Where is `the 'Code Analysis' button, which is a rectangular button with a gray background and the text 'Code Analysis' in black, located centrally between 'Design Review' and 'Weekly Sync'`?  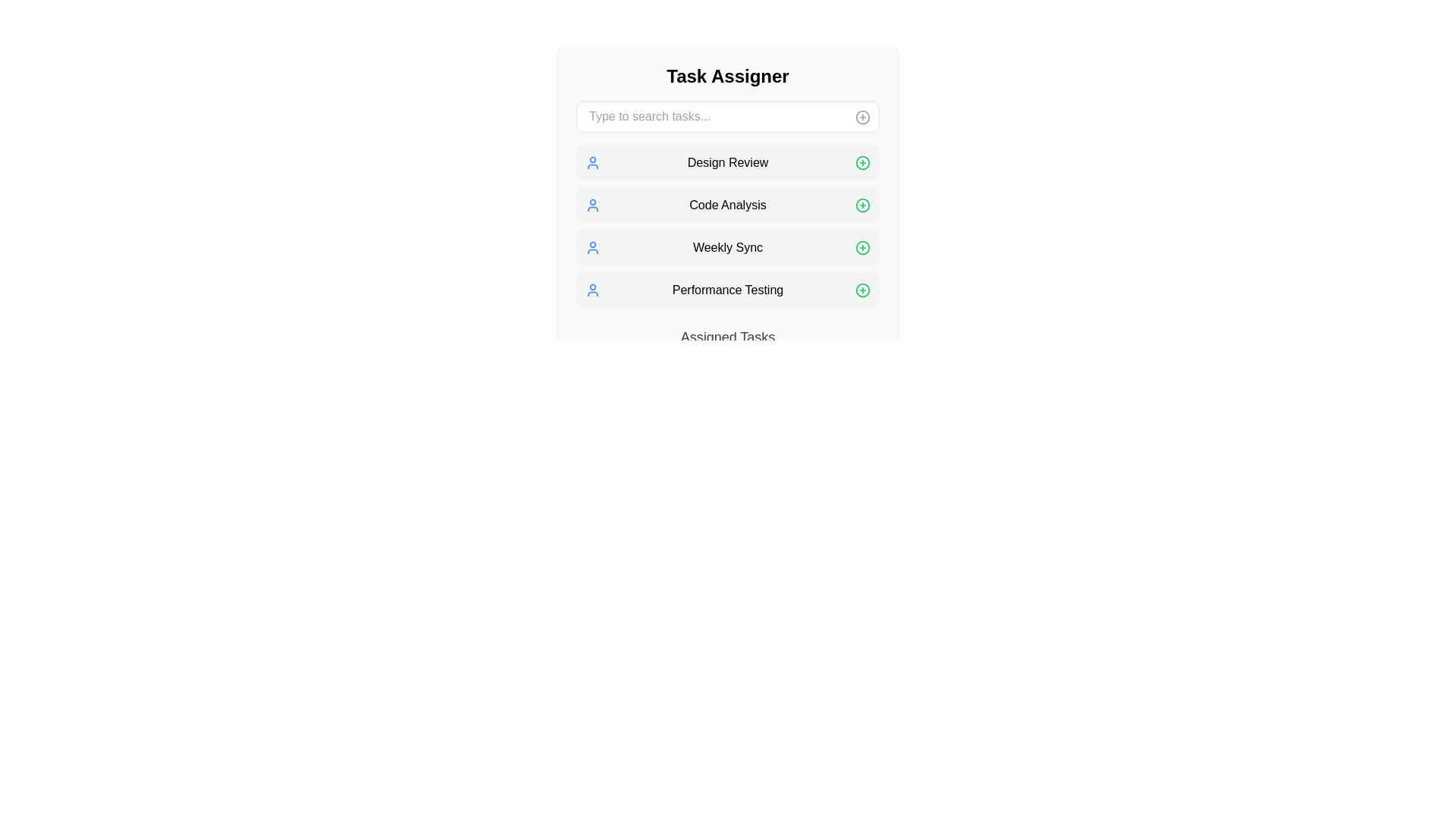 the 'Code Analysis' button, which is a rectangular button with a gray background and the text 'Code Analysis' in black, located centrally between 'Design Review' and 'Weekly Sync' is located at coordinates (728, 205).